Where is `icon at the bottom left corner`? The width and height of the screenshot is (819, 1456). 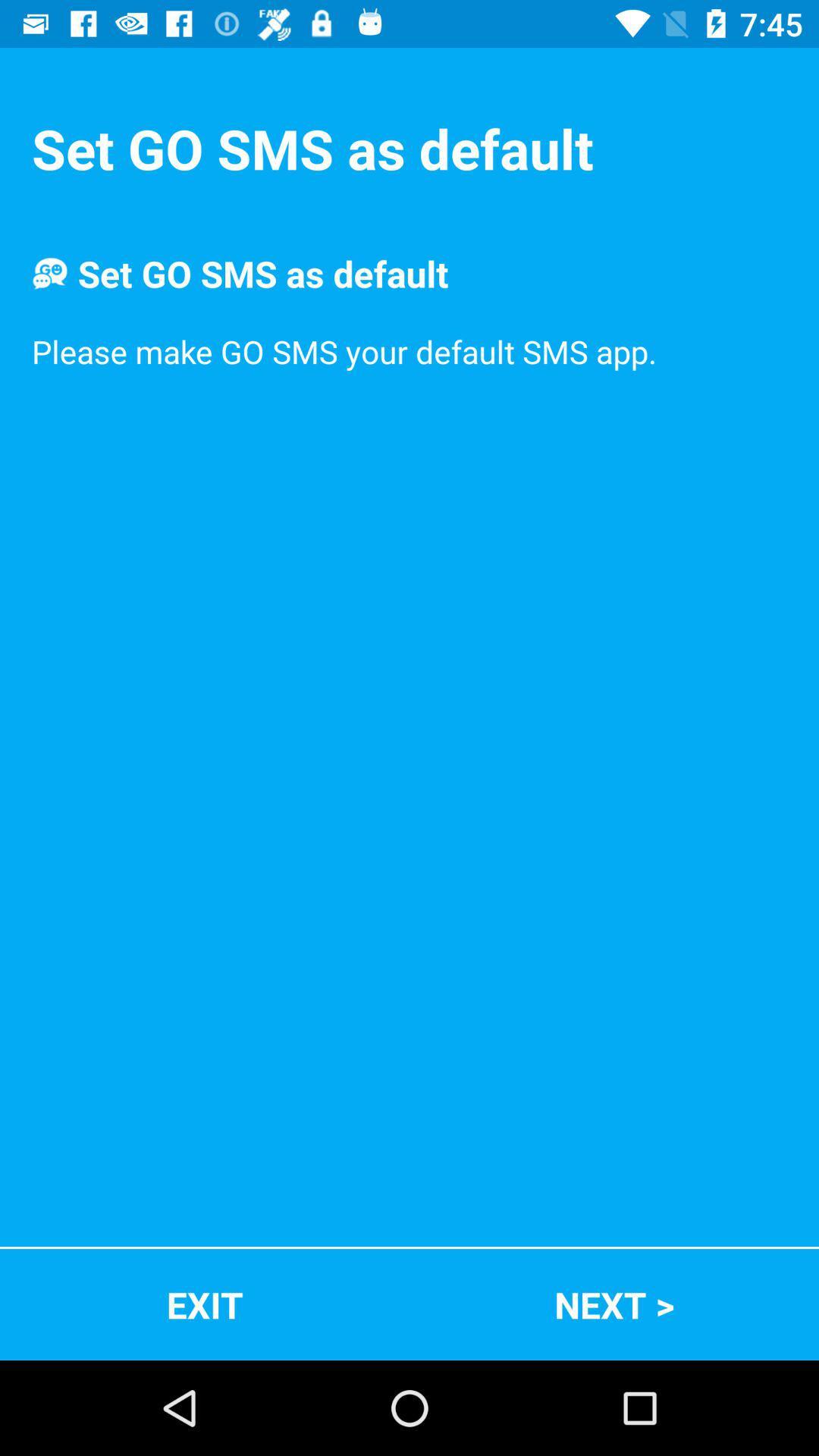
icon at the bottom left corner is located at coordinates (205, 1304).